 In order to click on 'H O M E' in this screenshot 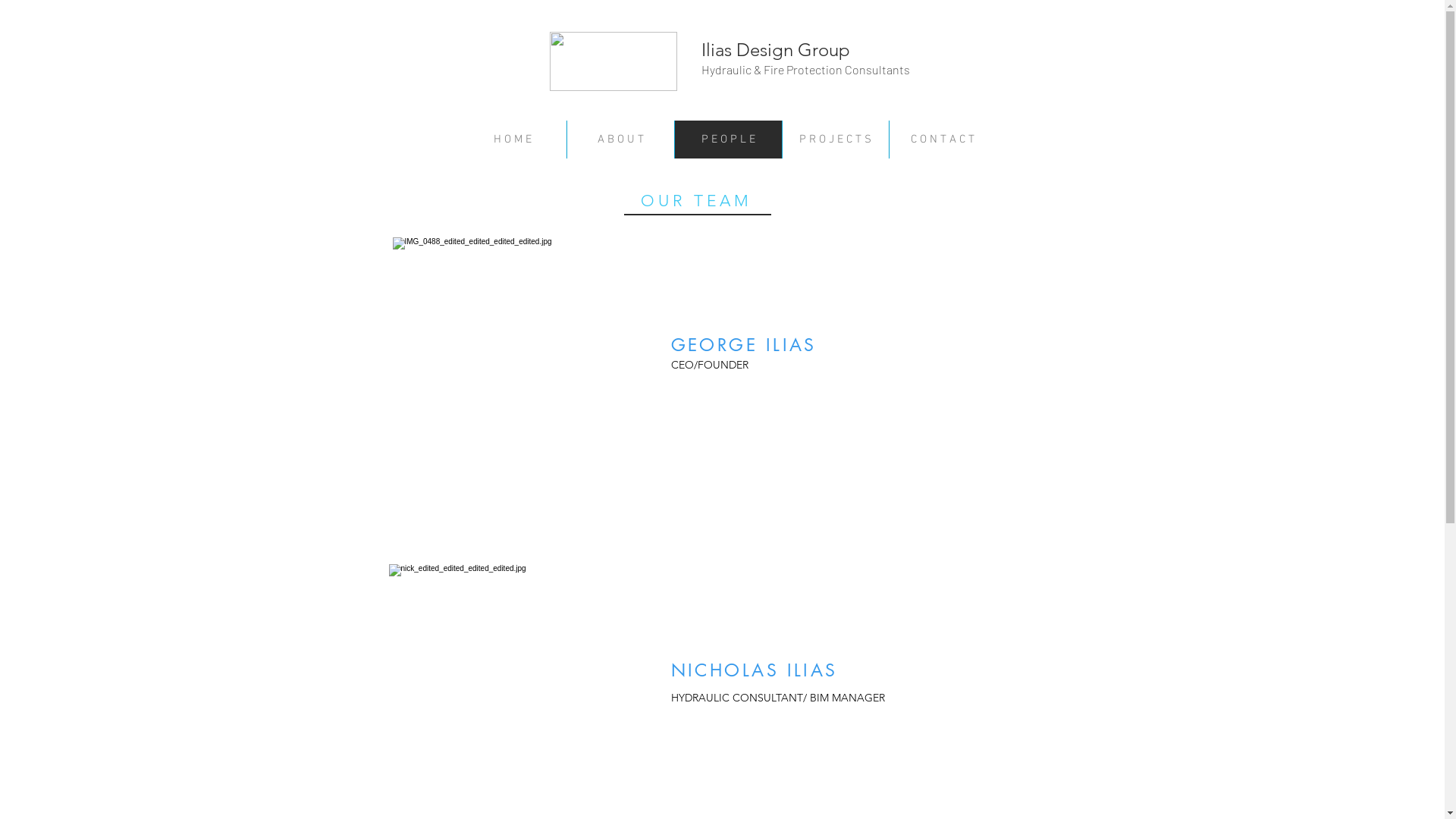, I will do `click(457, 140)`.